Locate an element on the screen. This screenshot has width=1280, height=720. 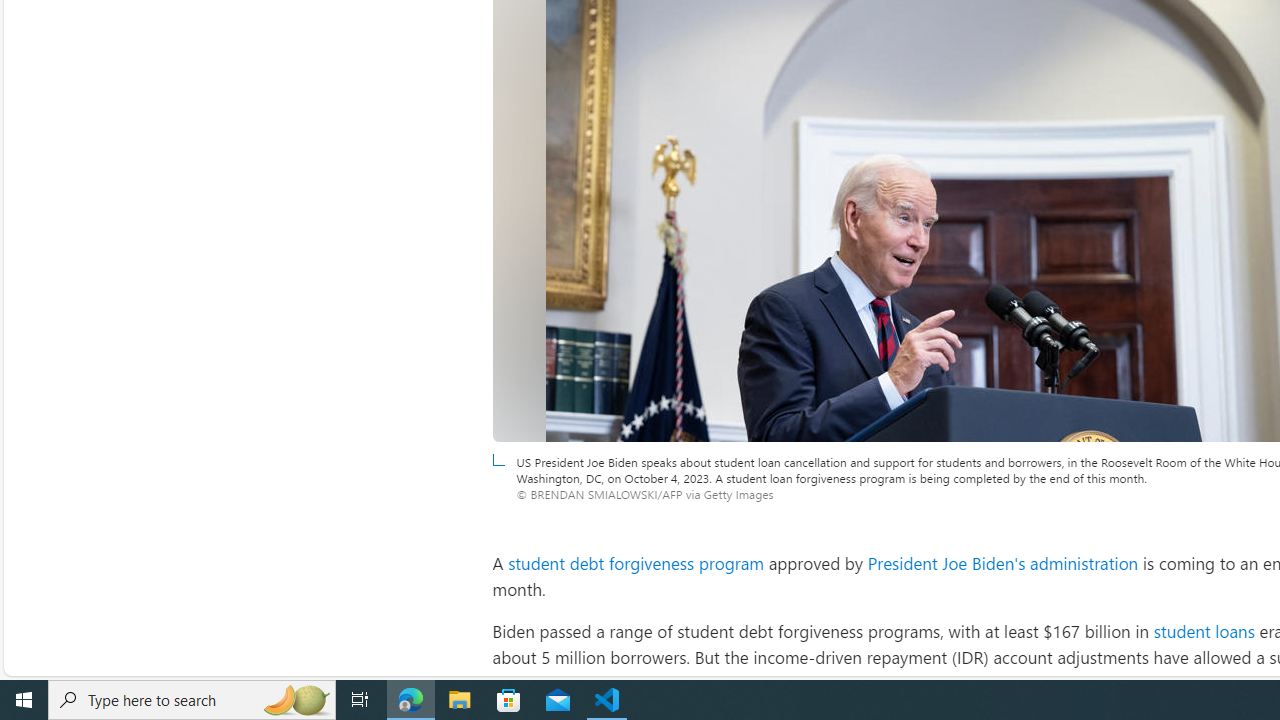
'student loans' is located at coordinates (1202, 631).